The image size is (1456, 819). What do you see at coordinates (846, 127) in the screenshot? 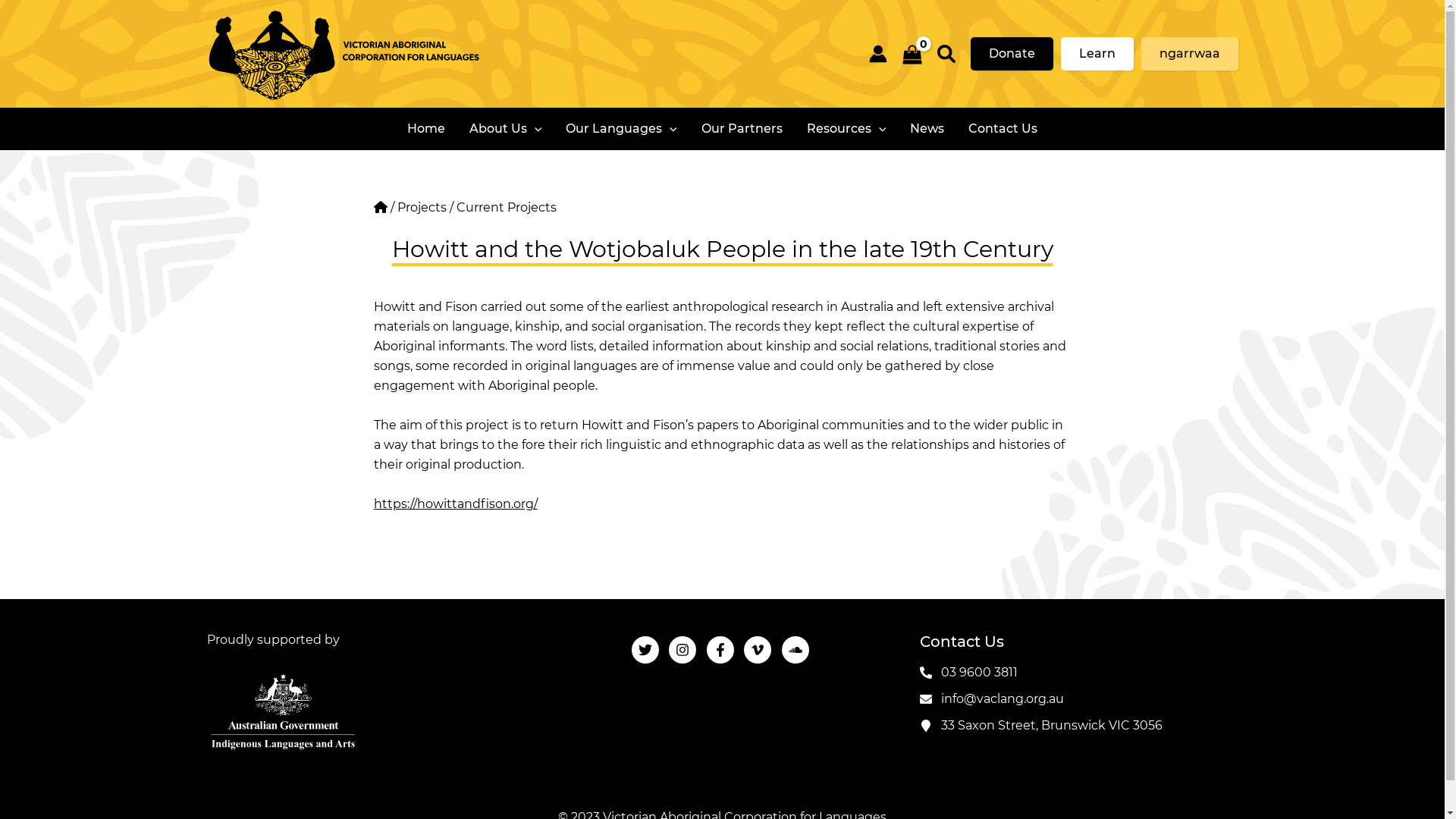
I see `'Resources'` at bounding box center [846, 127].